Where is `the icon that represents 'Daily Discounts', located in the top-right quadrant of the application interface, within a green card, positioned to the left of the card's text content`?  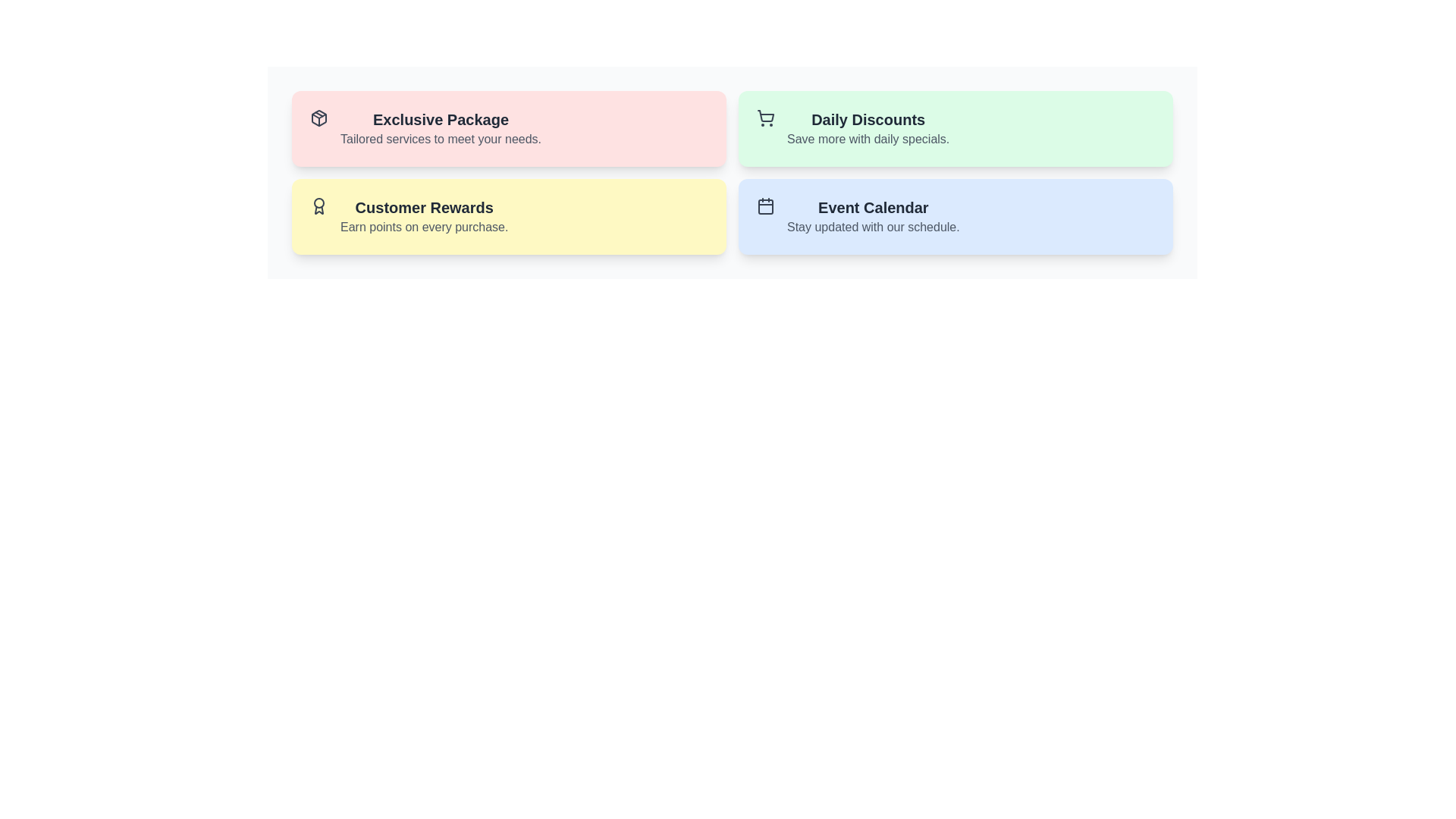 the icon that represents 'Daily Discounts', located in the top-right quadrant of the application interface, within a green card, positioned to the left of the card's text content is located at coordinates (766, 115).